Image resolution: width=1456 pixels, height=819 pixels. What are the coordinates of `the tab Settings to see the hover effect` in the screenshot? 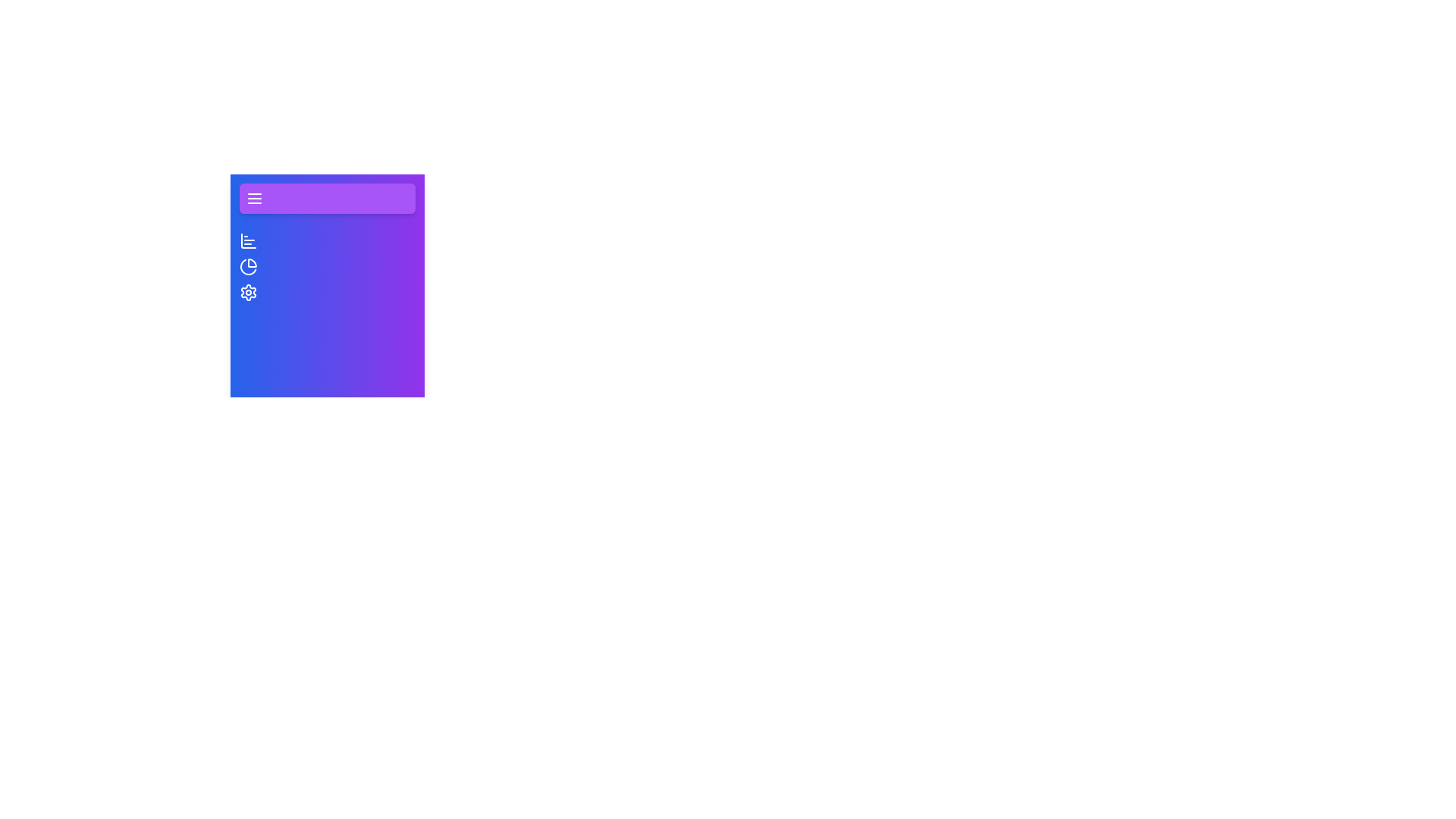 It's located at (248, 292).